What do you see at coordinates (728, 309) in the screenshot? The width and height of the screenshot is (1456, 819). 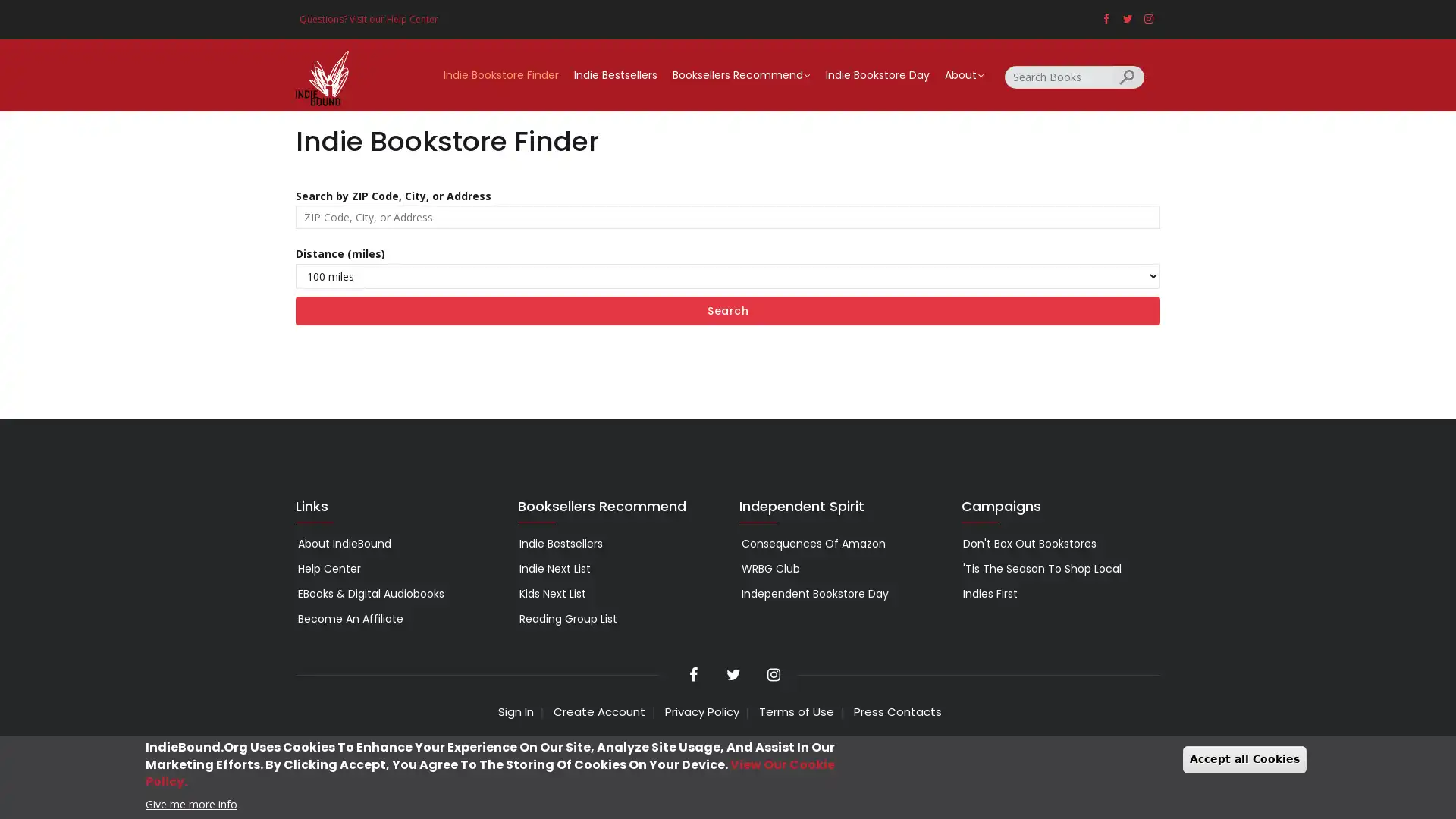 I see `Search` at bounding box center [728, 309].